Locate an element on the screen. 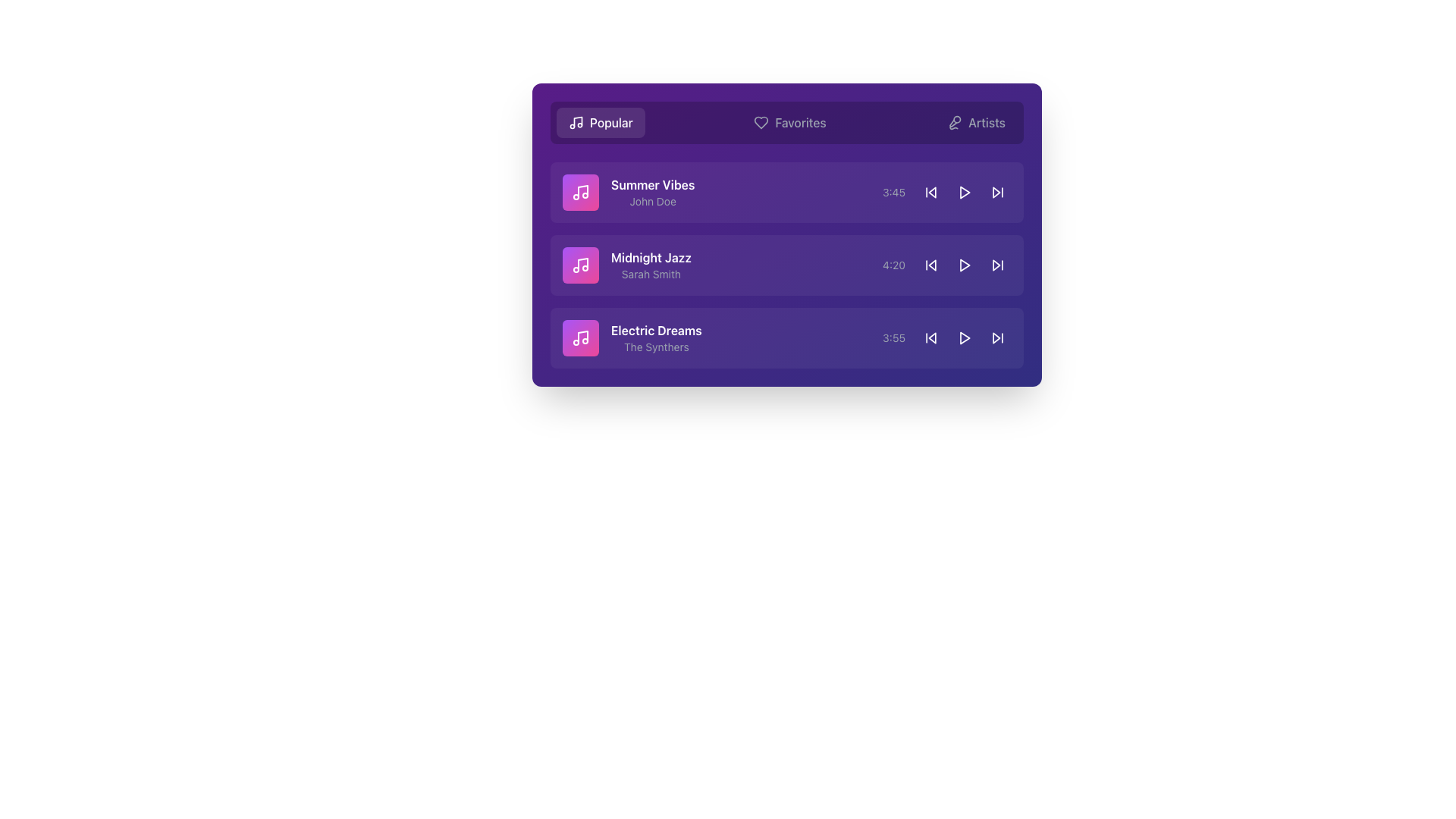 The image size is (1456, 819). the 'skip back' icon button, which is a double arrow pointing left, located beside the timestamp '3:45' in the first music list item titled 'Summer Vibes.' is located at coordinates (930, 192).